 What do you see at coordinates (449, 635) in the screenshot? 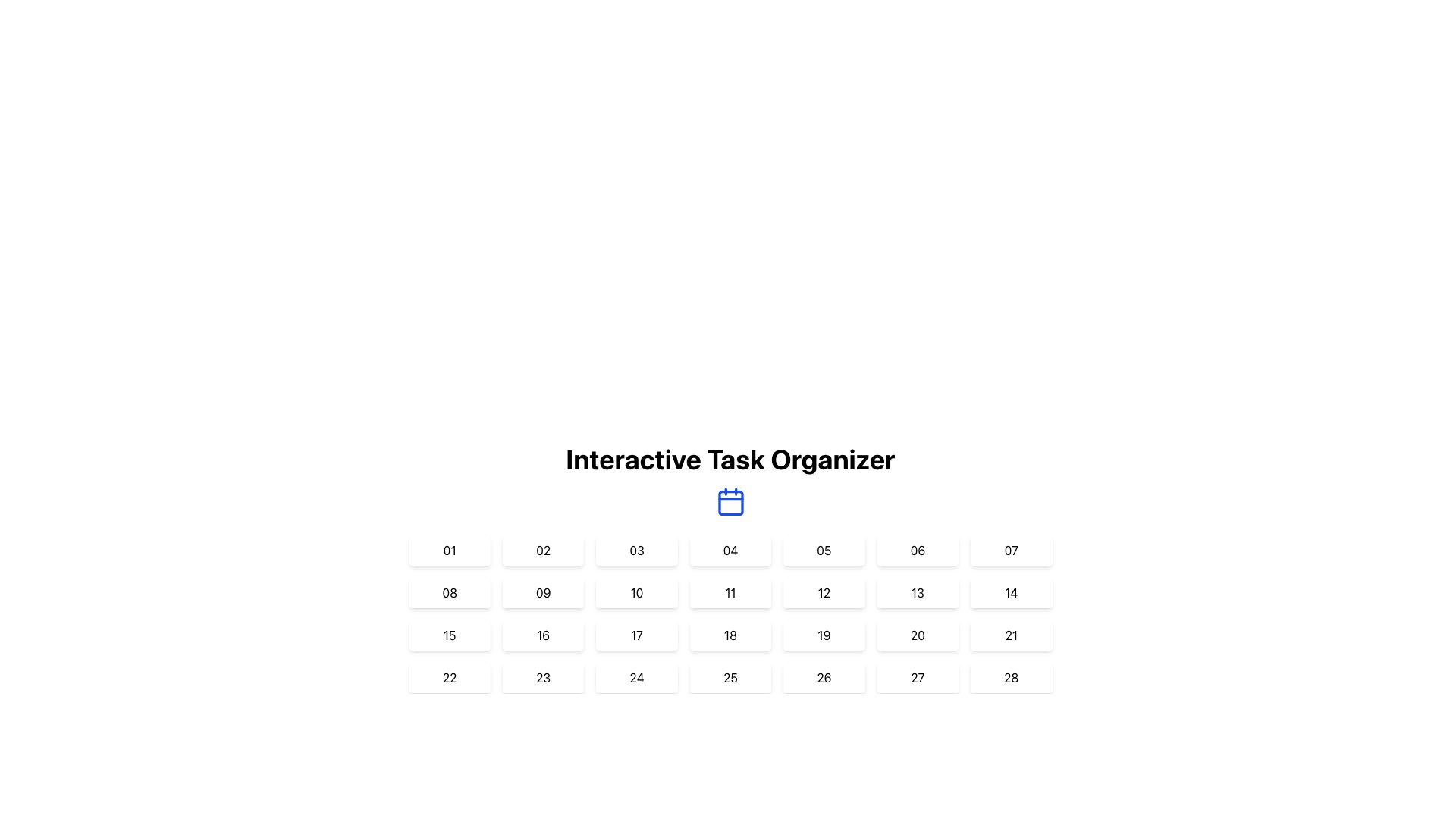
I see `the button with the number '15' displayed in bold black text, which is a square card with a rounded border and light gray background, to provide visual feedback` at bounding box center [449, 635].